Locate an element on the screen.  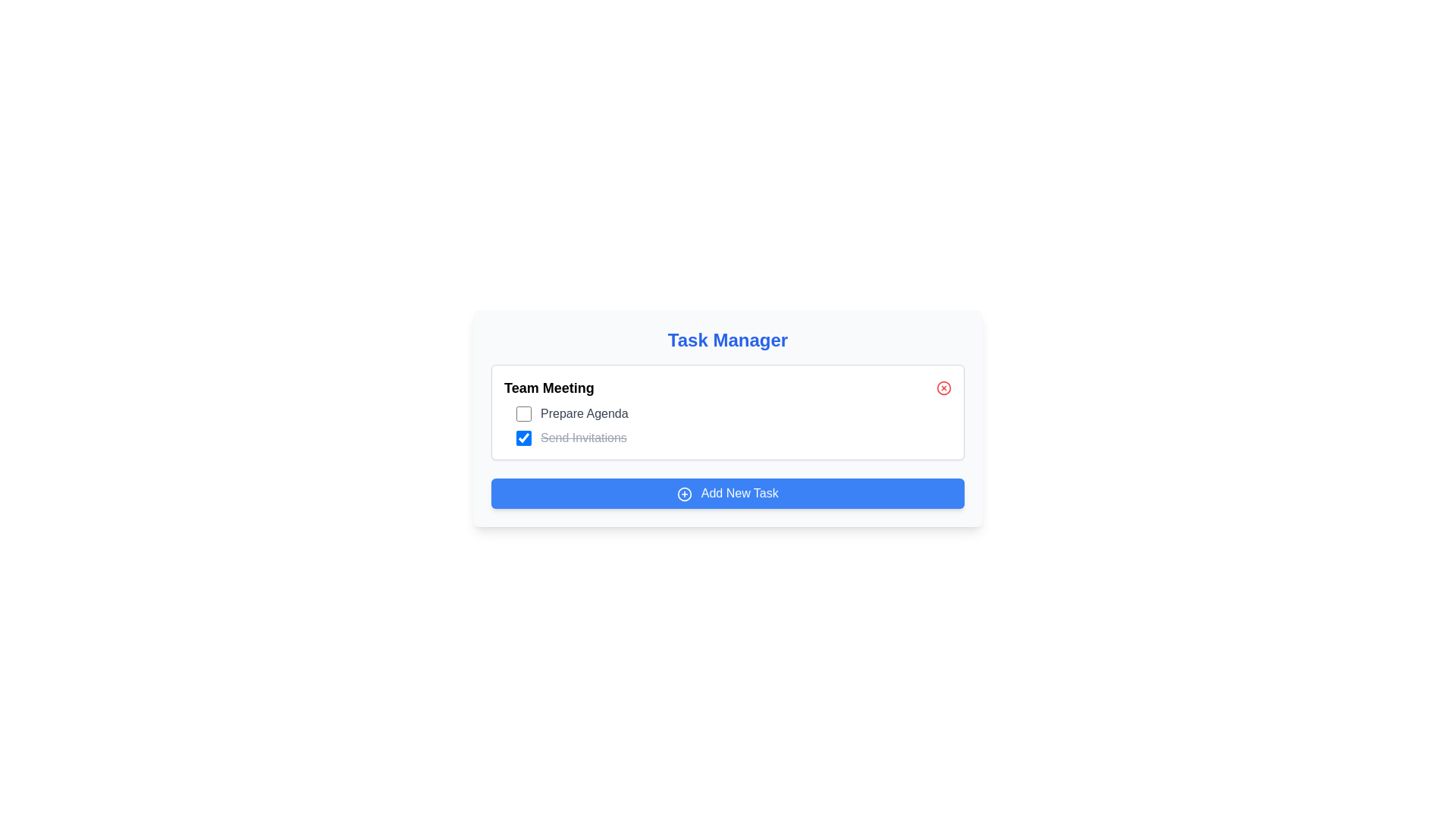
the checkbox with rounded corners indicating the 'checked' state under 'Team Meeting' is located at coordinates (524, 438).